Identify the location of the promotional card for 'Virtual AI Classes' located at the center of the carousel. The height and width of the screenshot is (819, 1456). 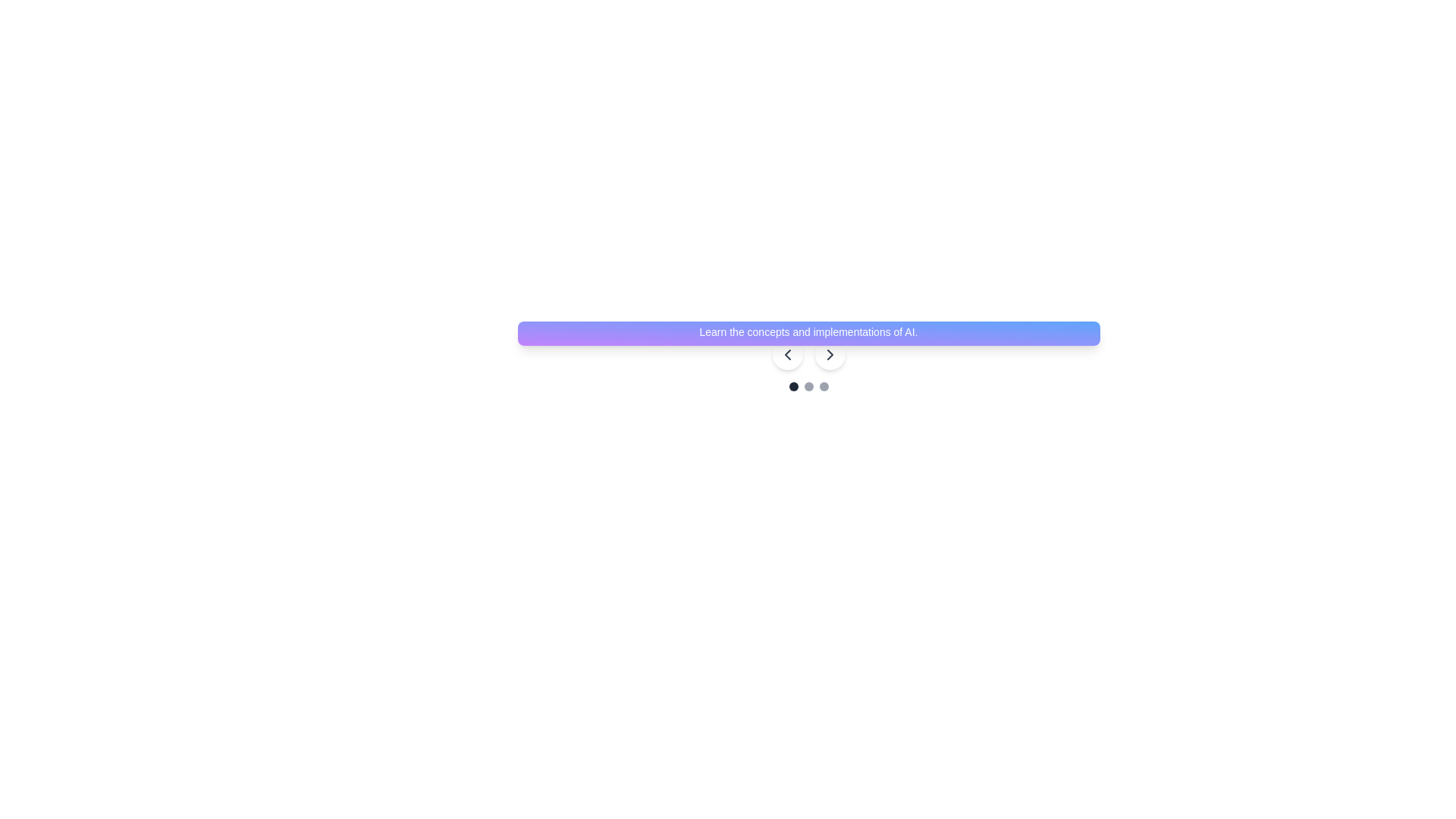
(808, 332).